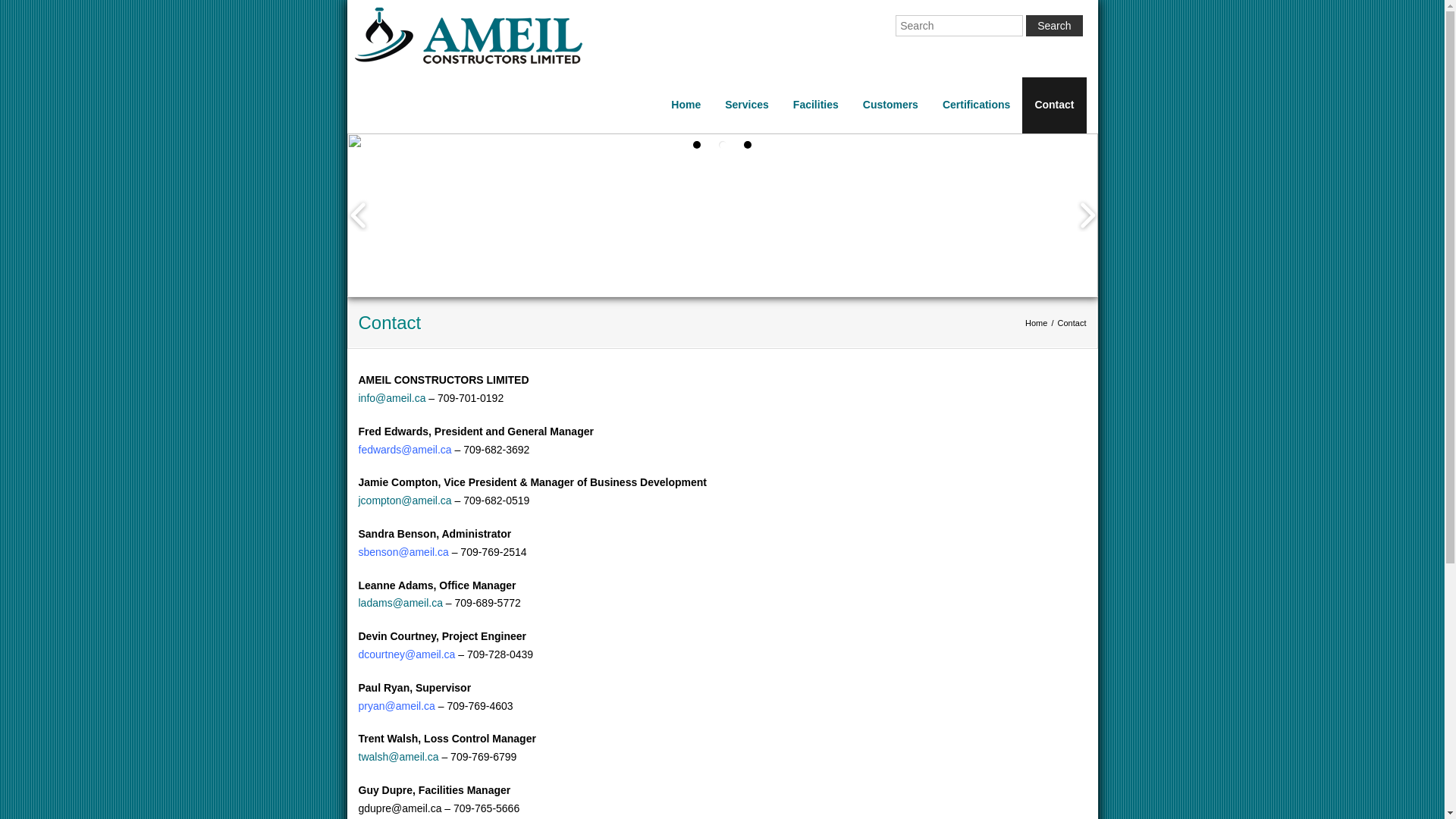  What do you see at coordinates (391, 397) in the screenshot?
I see `'info@ameil.ca'` at bounding box center [391, 397].